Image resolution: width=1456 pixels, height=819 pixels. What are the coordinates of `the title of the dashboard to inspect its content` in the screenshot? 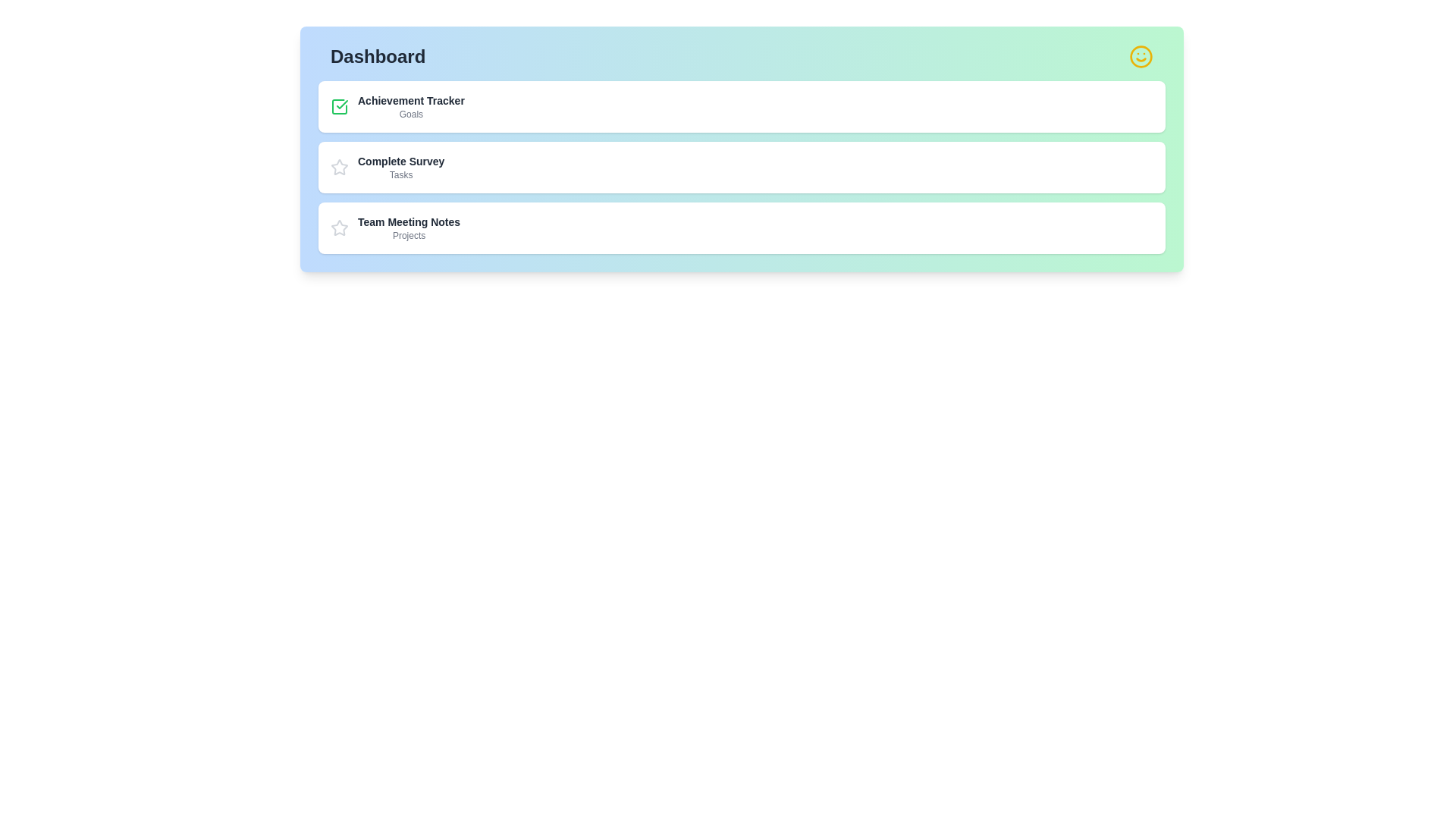 It's located at (378, 55).